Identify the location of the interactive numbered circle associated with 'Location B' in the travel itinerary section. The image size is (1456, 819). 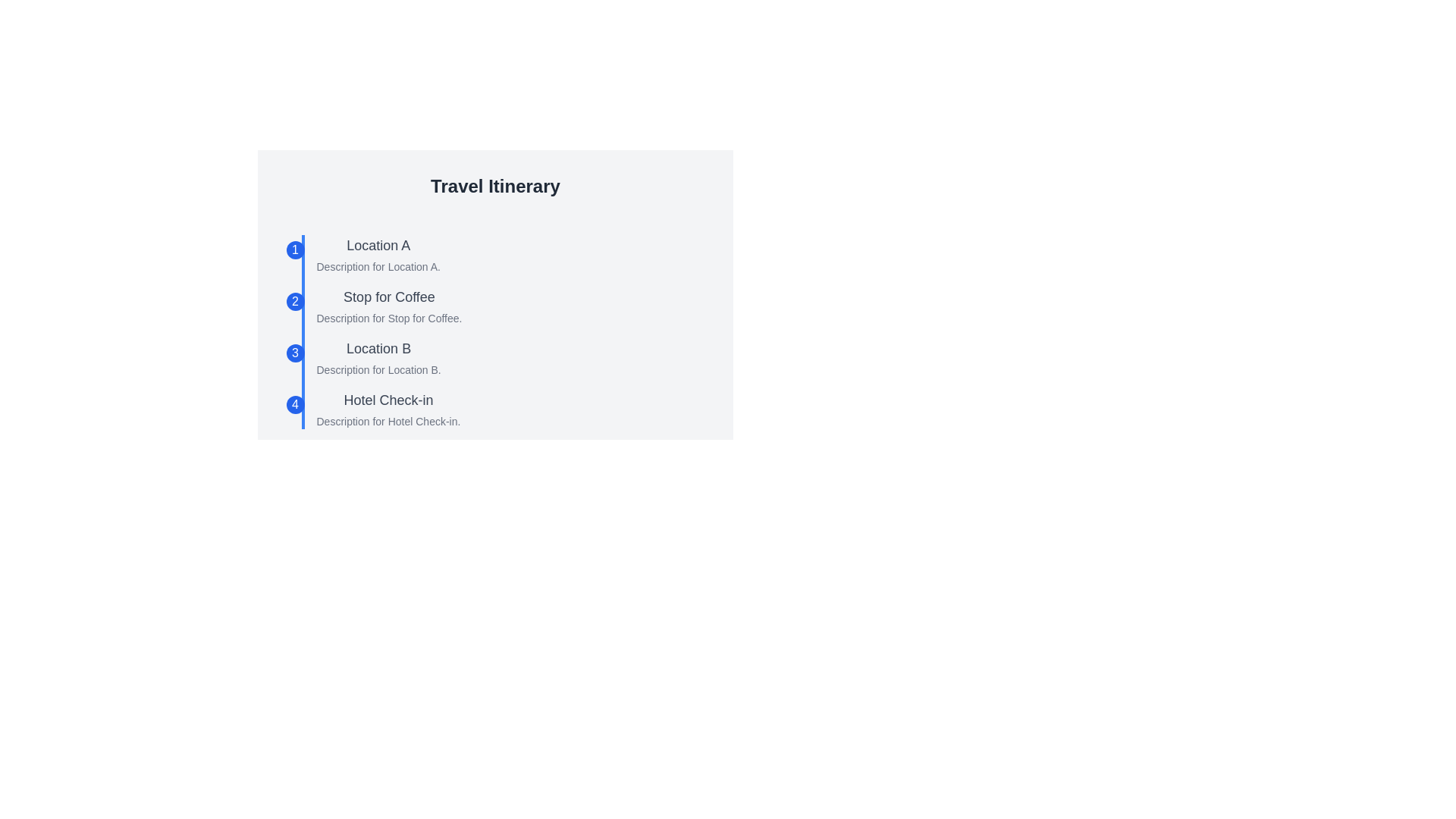
(497, 357).